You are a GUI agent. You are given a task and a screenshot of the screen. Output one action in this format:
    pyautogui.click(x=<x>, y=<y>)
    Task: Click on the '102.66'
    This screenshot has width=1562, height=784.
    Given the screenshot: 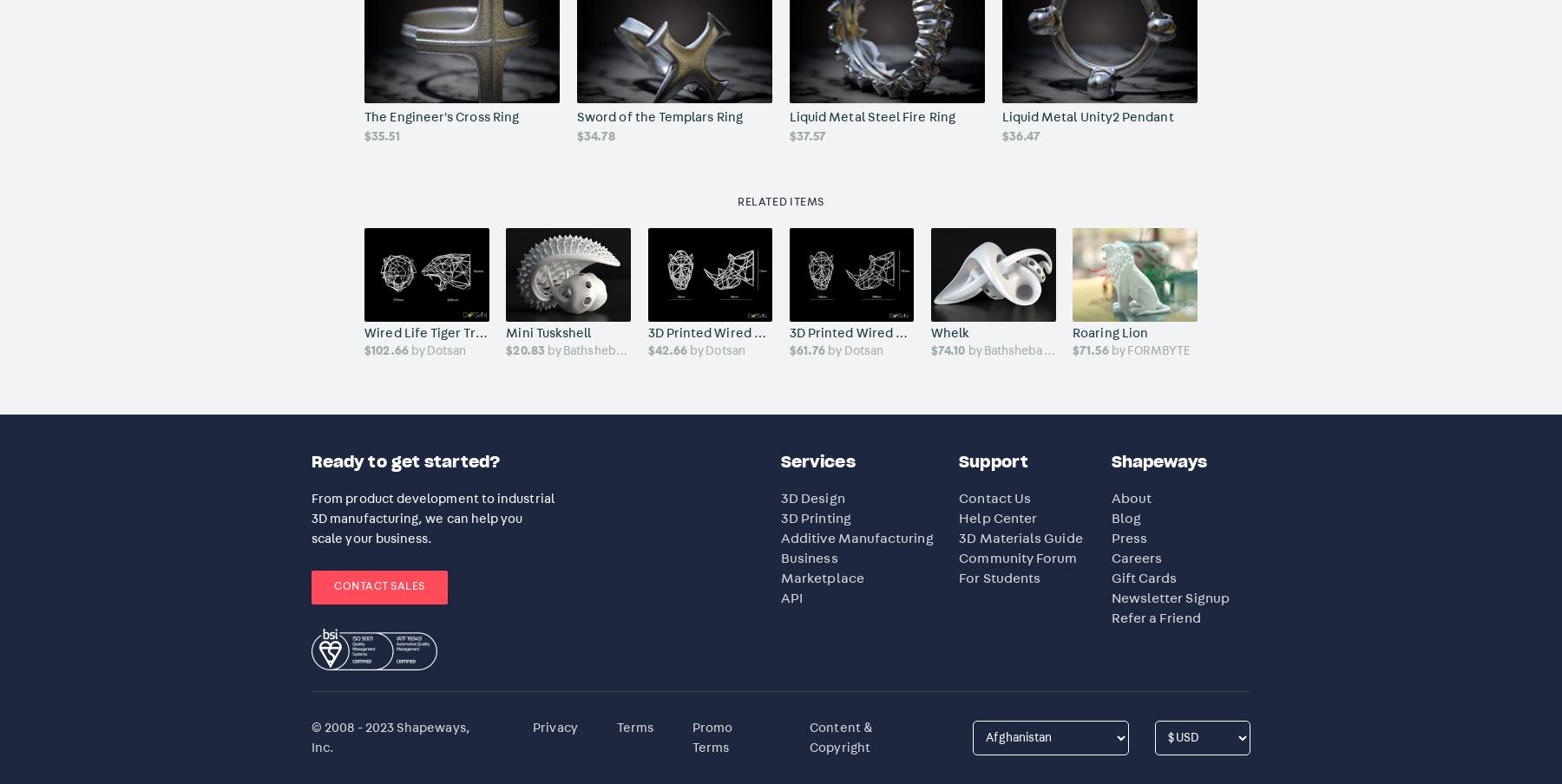 What is the action you would take?
    pyautogui.click(x=371, y=350)
    